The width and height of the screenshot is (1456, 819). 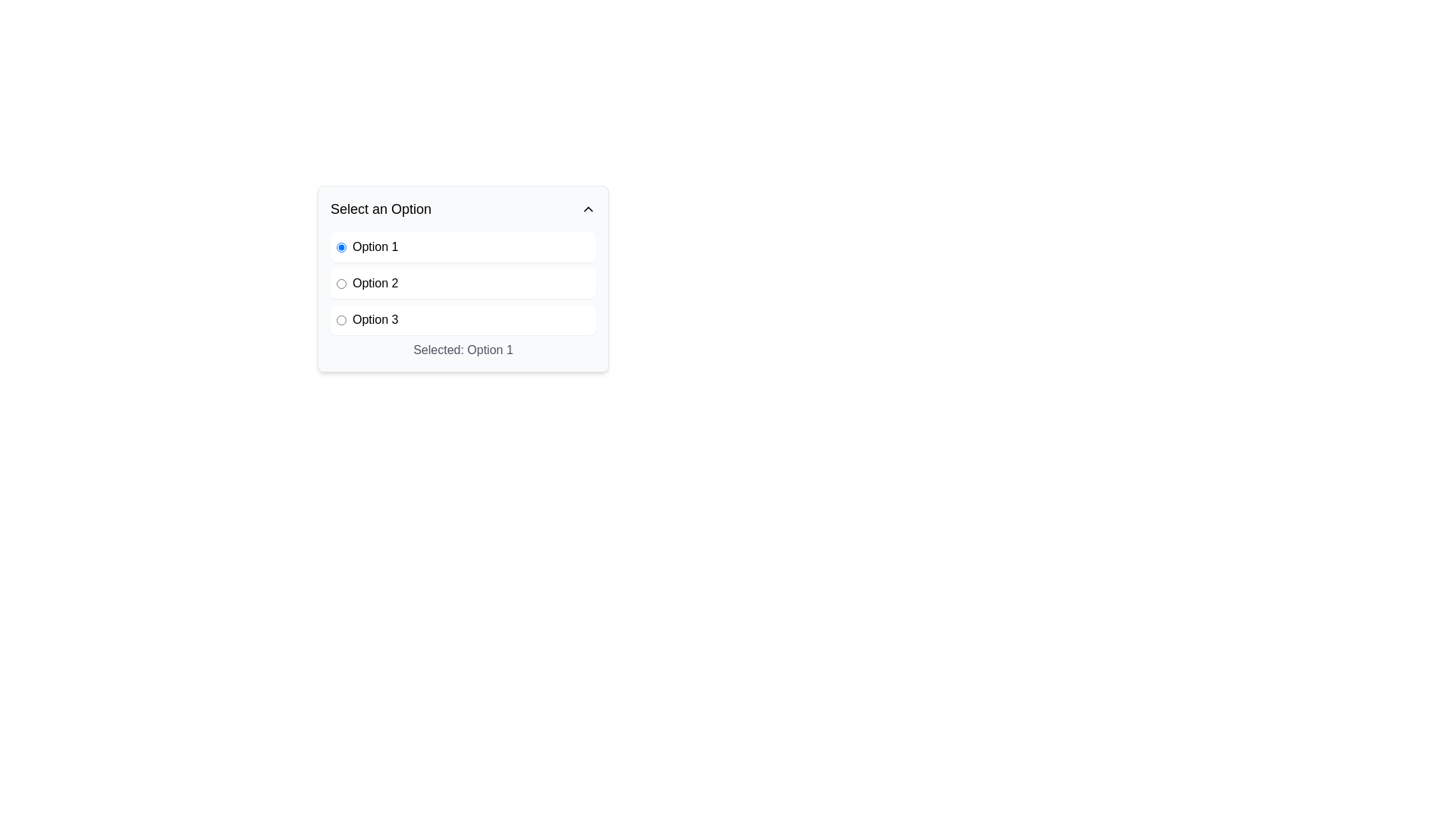 I want to click on the radio button that is styled in a circular shape and positioned to the left of the label text 'Option 3', so click(x=340, y=318).